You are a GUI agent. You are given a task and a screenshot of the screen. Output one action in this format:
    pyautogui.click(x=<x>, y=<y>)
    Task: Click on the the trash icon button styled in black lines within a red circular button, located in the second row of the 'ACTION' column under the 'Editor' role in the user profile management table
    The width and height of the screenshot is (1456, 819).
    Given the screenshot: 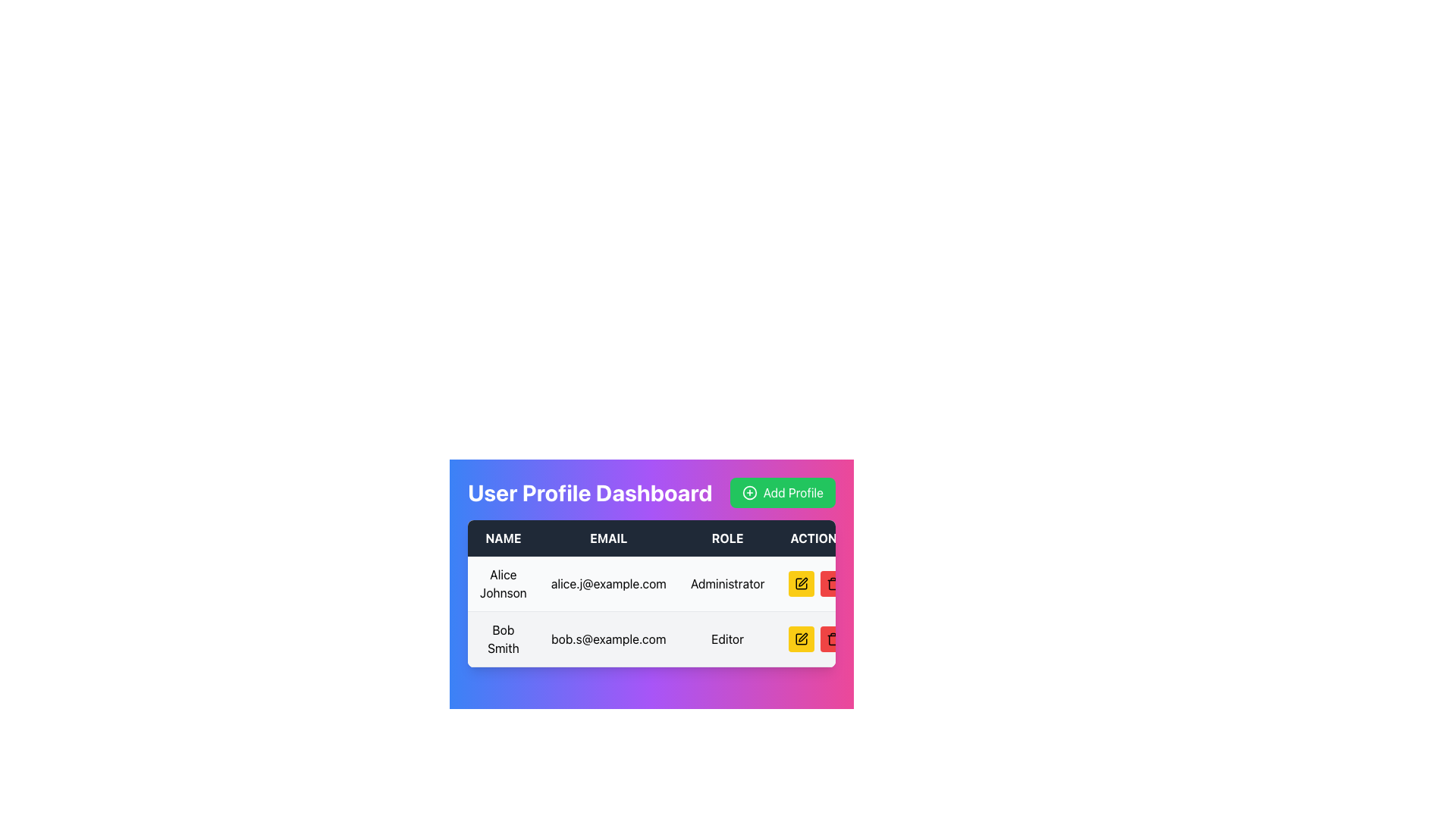 What is the action you would take?
    pyautogui.click(x=833, y=639)
    